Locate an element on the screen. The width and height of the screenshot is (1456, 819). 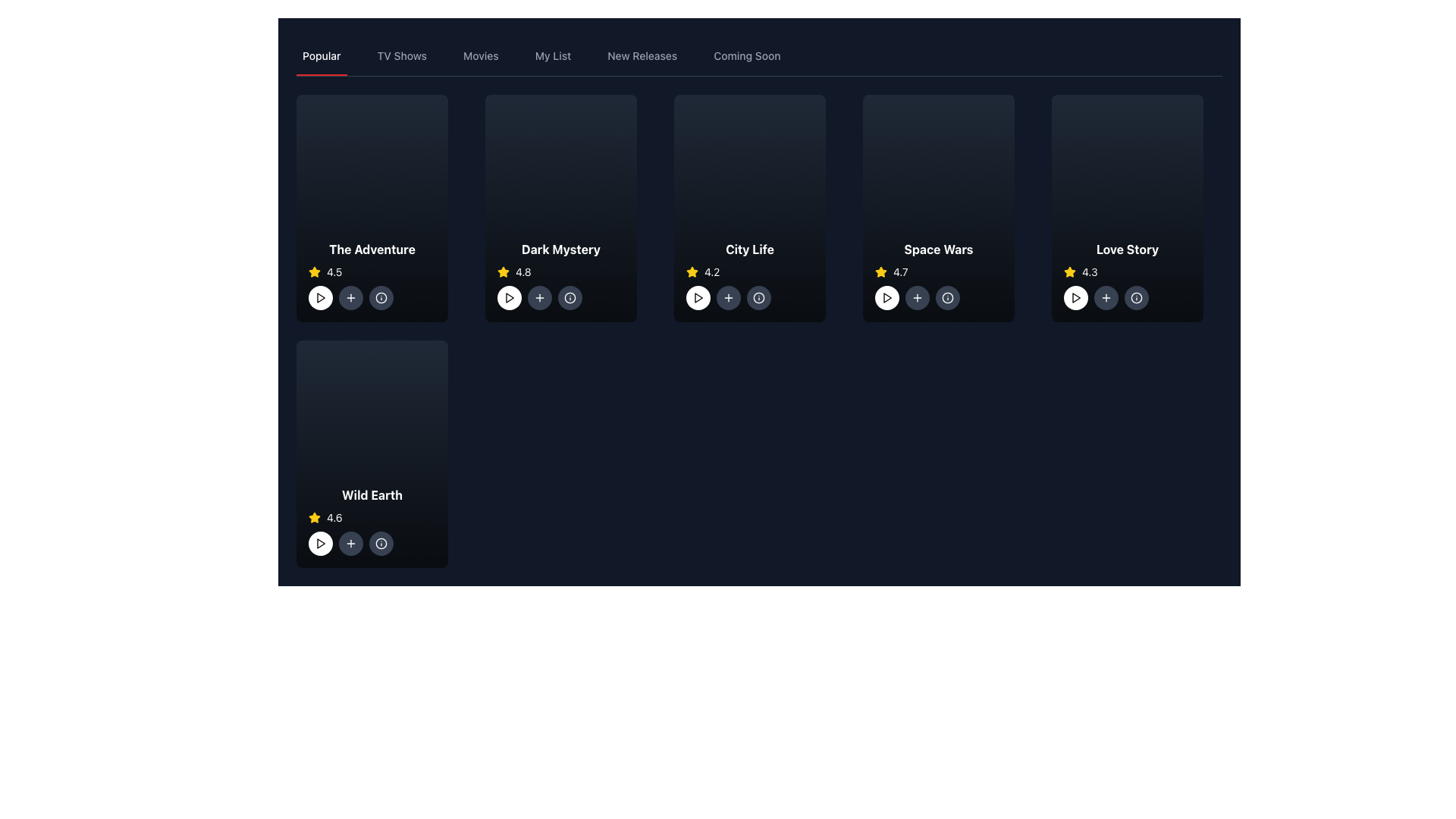
the third circular button in the horizontal set below the title 'The Adventure' is located at coordinates (381, 298).